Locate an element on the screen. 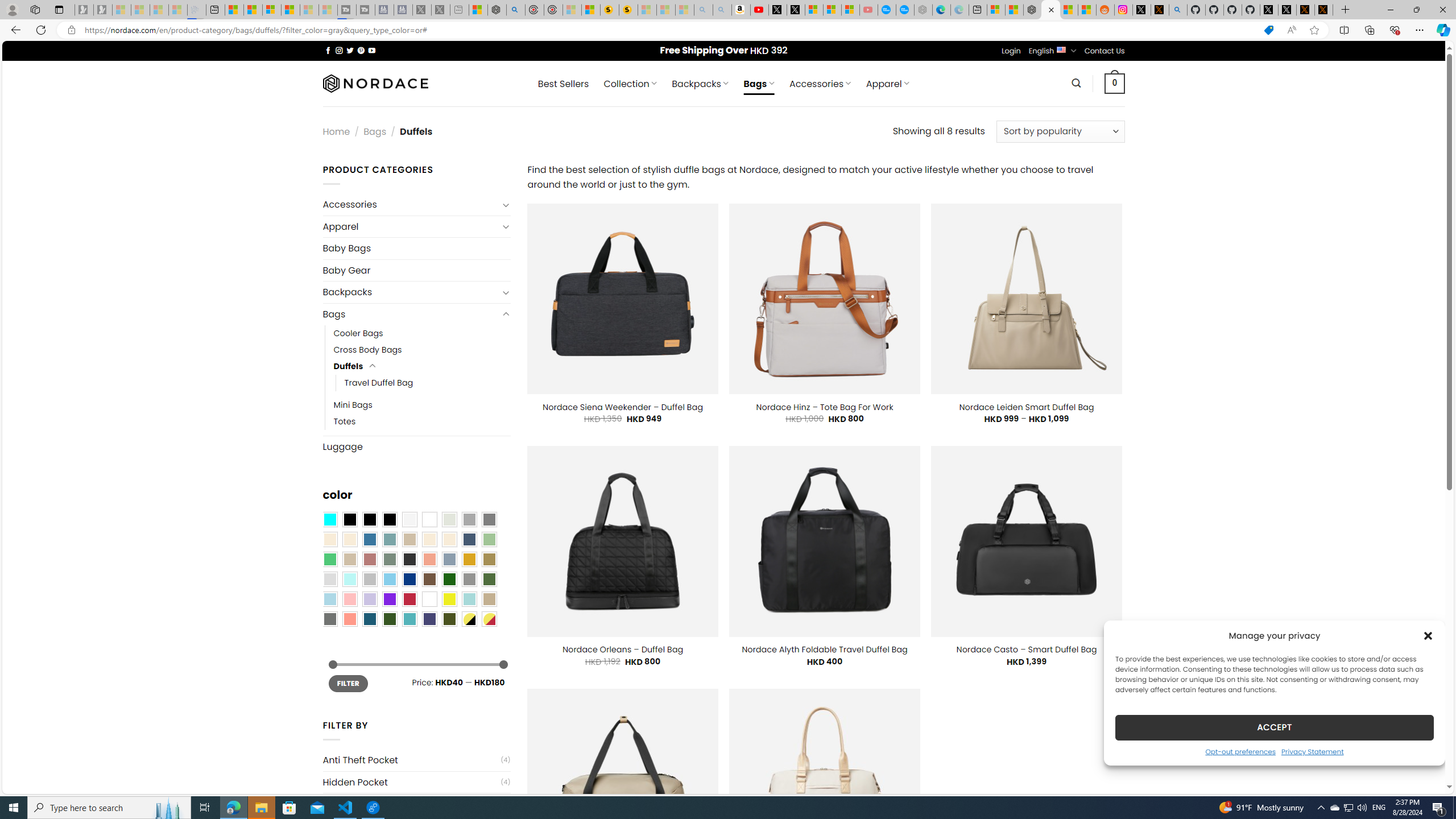 This screenshot has height=819, width=1456. 'Hidden Pocket(4)' is located at coordinates (416, 781).